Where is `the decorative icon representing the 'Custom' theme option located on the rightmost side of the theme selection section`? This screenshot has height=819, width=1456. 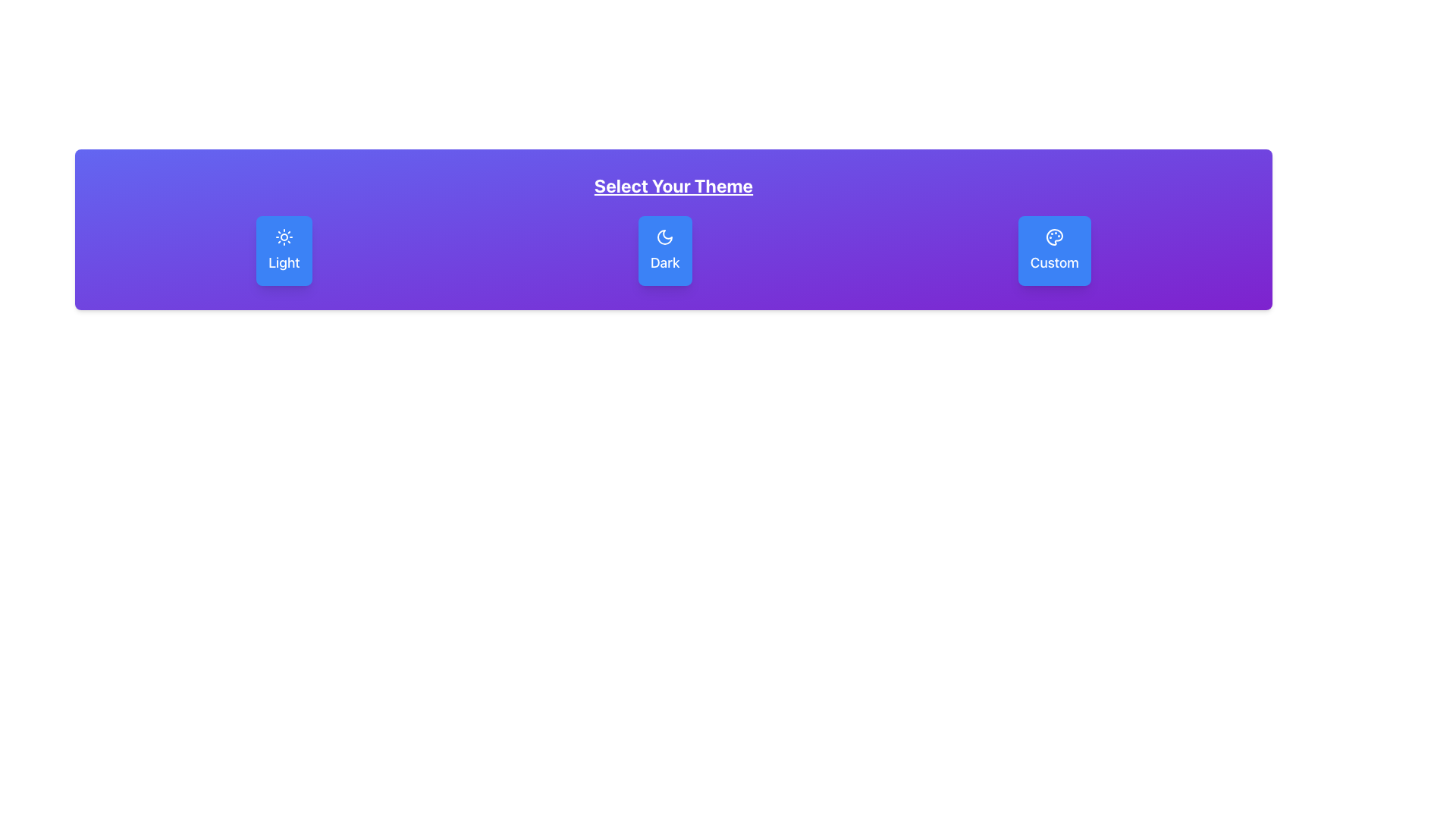
the decorative icon representing the 'Custom' theme option located on the rightmost side of the theme selection section is located at coordinates (1053, 237).